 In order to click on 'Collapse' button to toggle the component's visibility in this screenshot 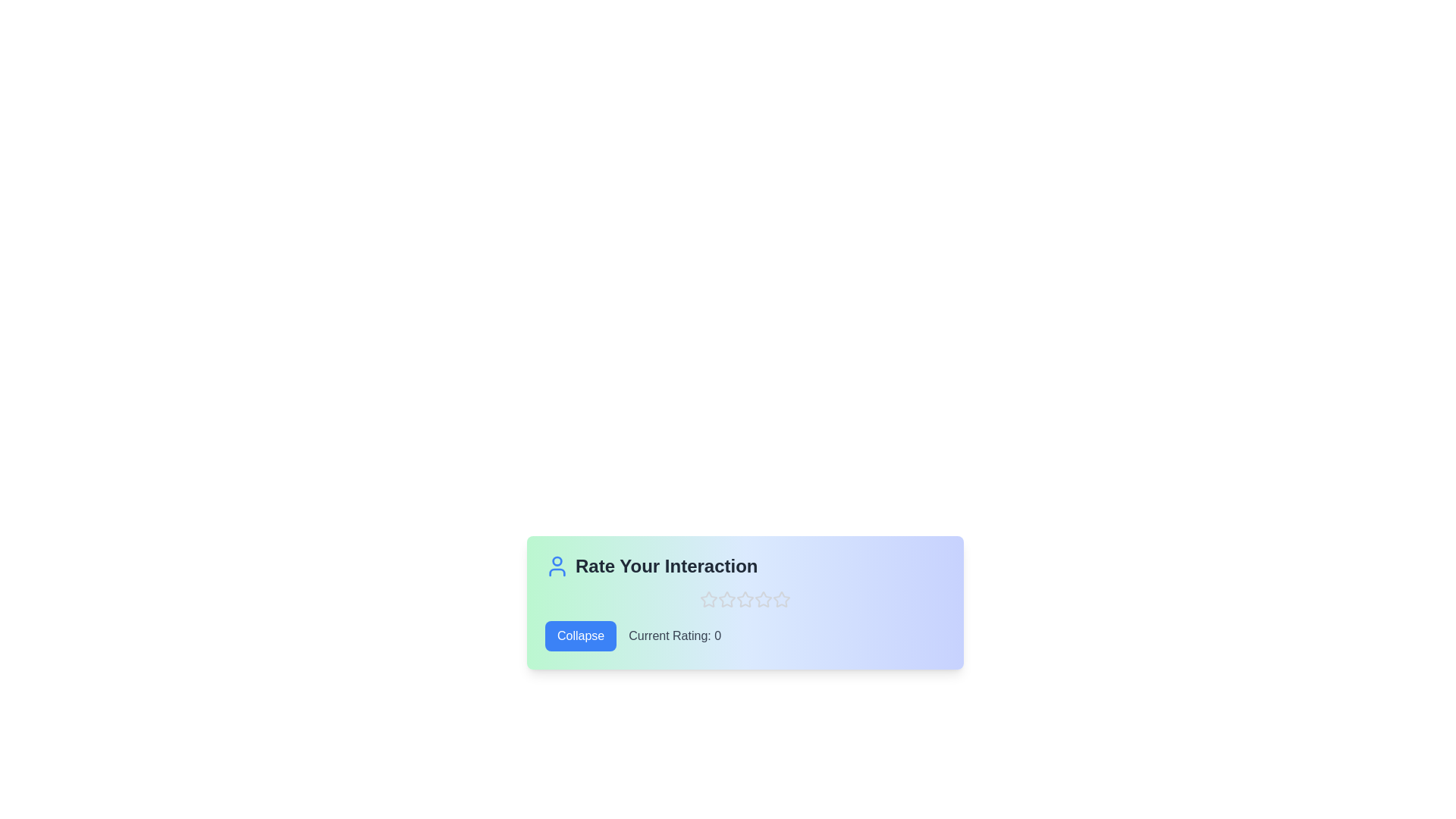, I will do `click(580, 636)`.